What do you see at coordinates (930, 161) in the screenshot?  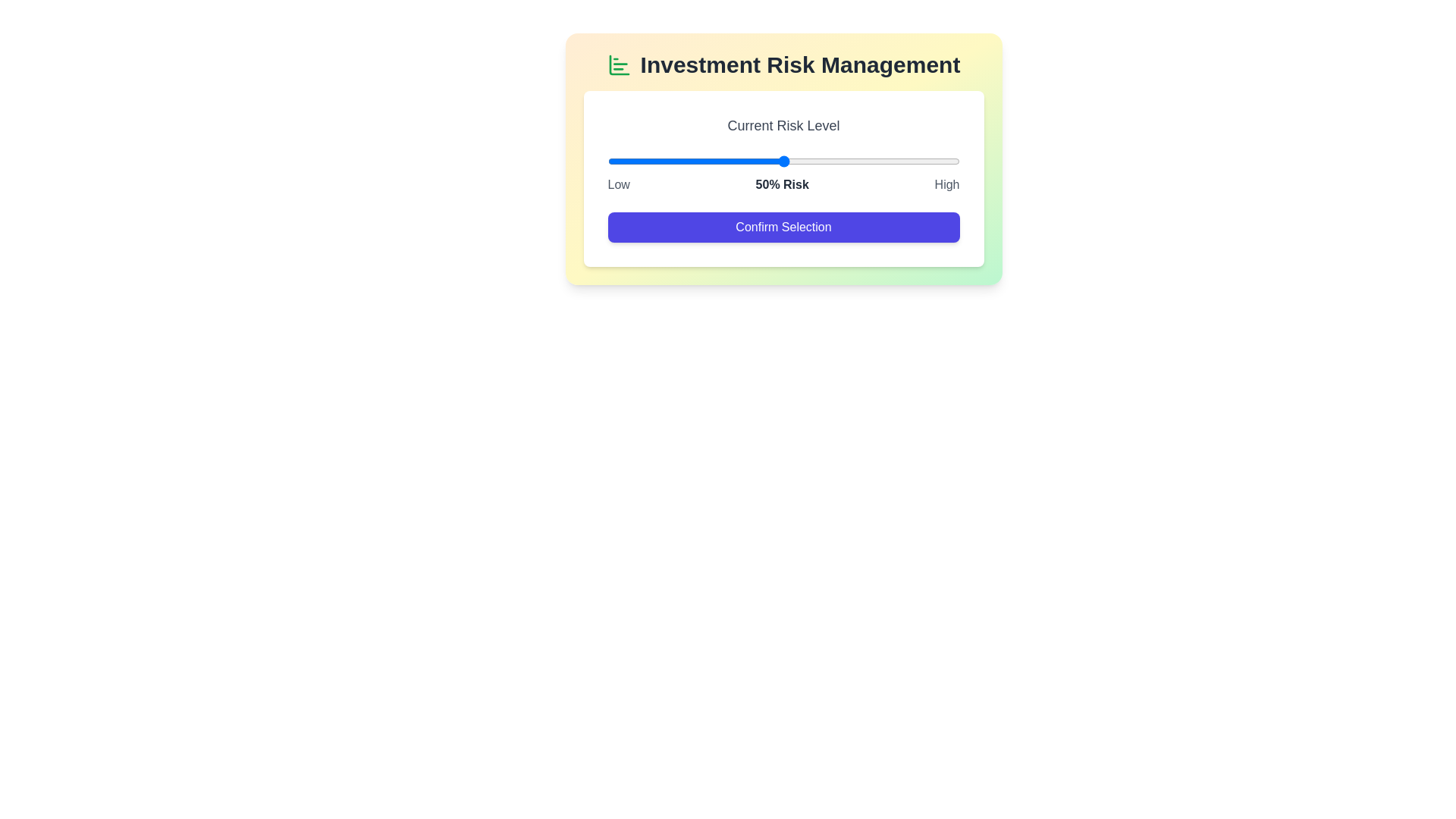 I see `the slider to set the risk level to 92%` at bounding box center [930, 161].